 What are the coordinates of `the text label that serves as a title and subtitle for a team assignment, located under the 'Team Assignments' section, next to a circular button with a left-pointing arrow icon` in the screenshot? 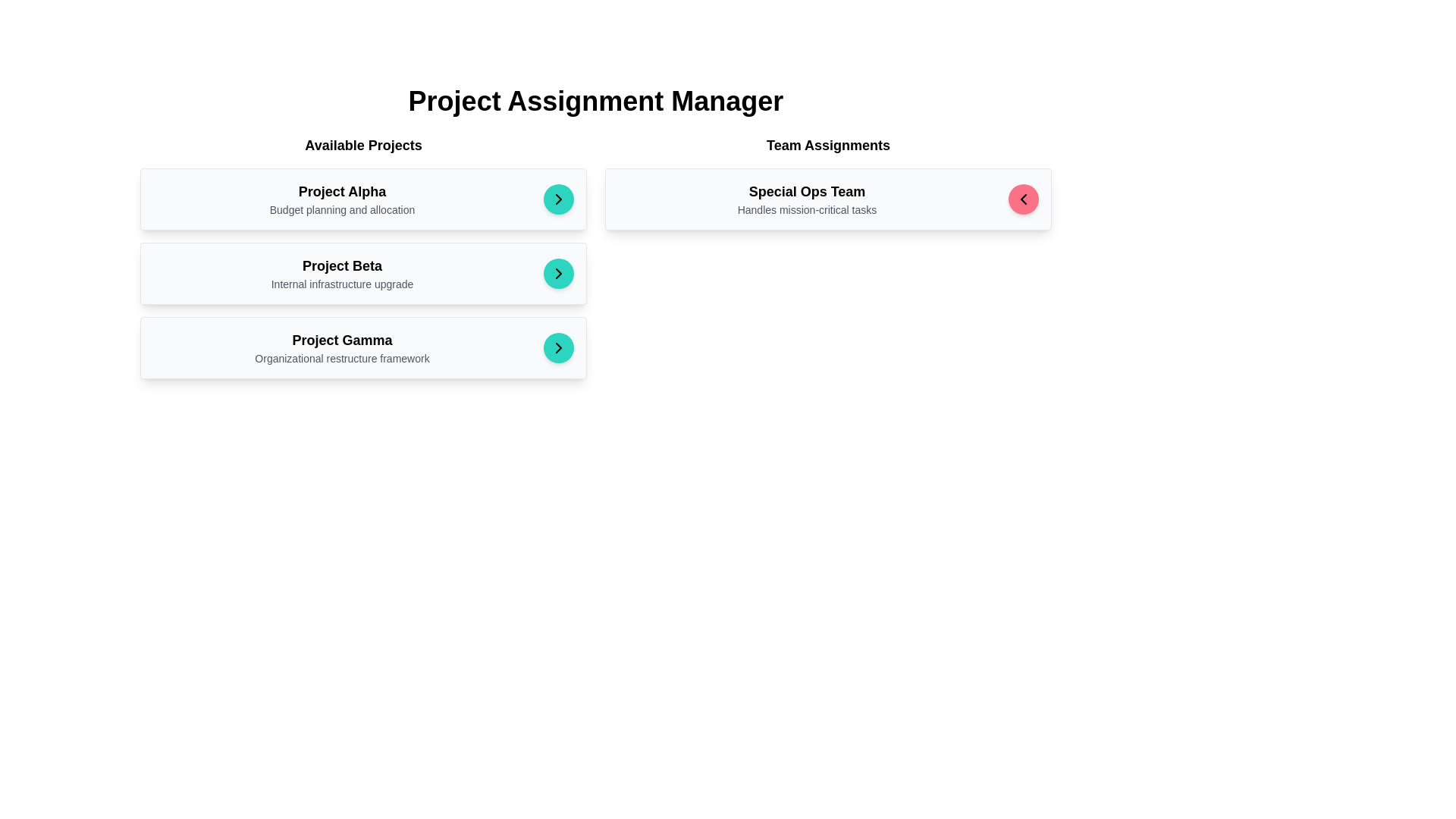 It's located at (806, 198).